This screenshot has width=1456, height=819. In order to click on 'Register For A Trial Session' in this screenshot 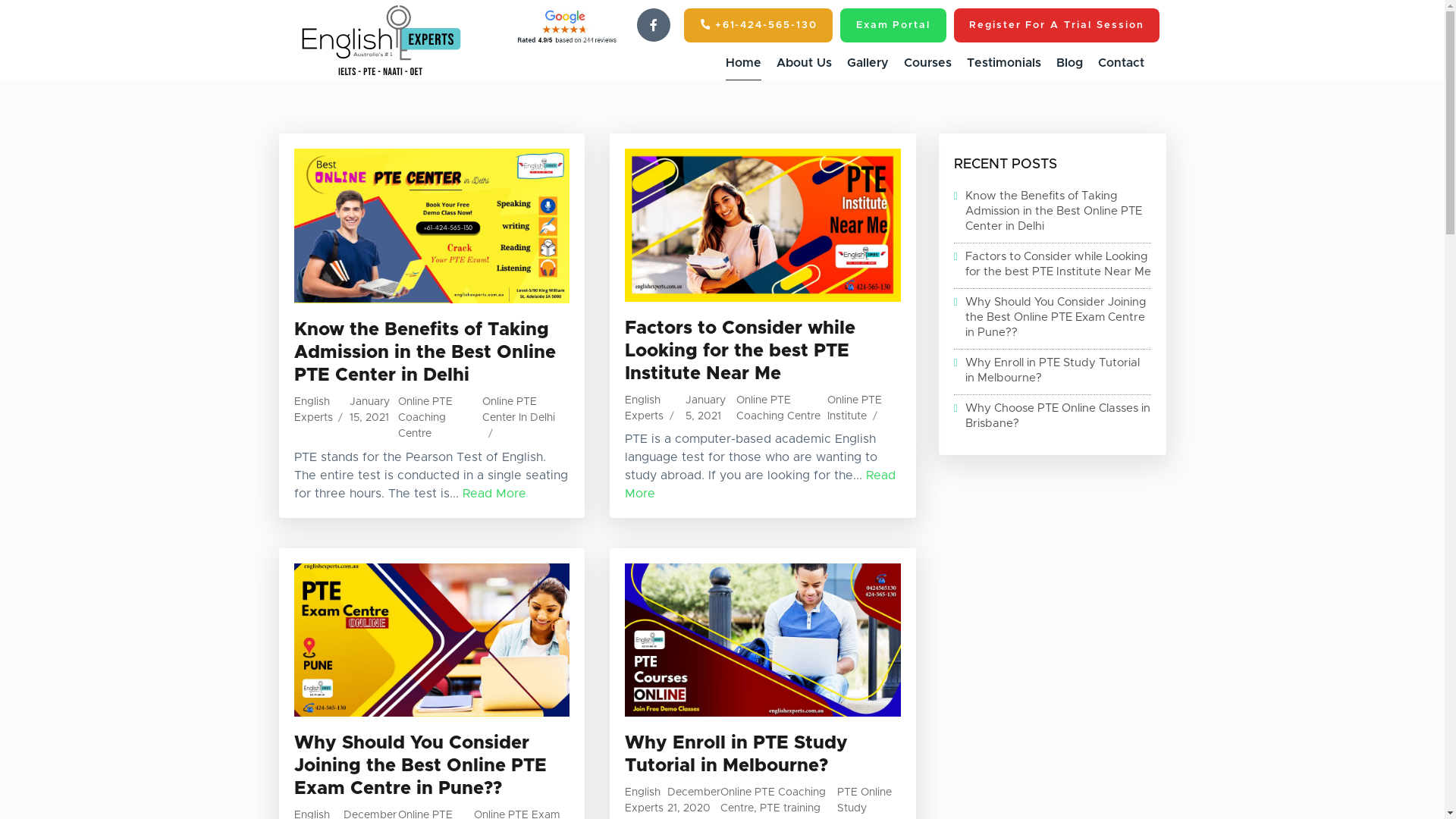, I will do `click(1056, 25)`.